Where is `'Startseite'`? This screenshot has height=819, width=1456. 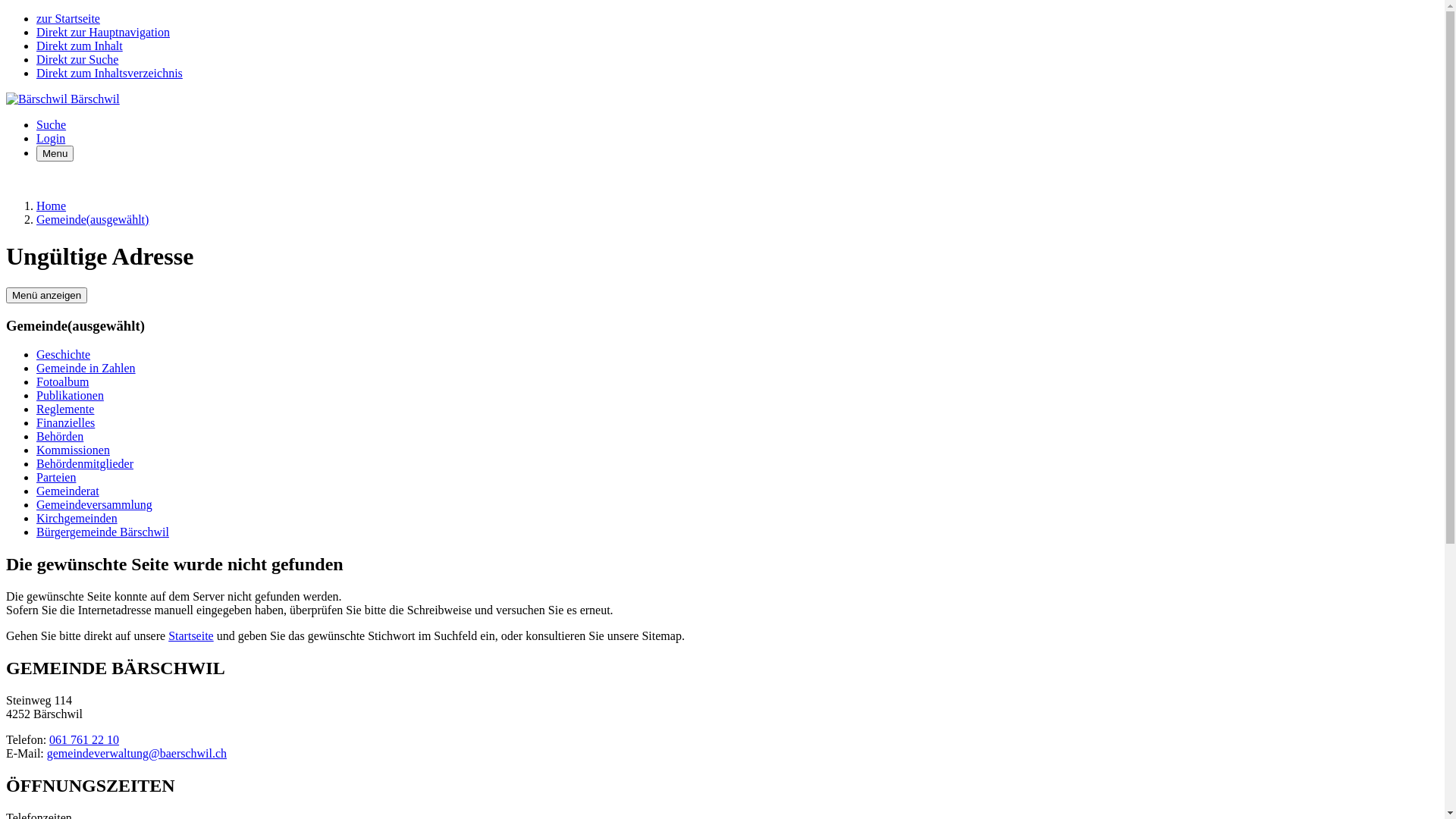 'Startseite' is located at coordinates (190, 635).